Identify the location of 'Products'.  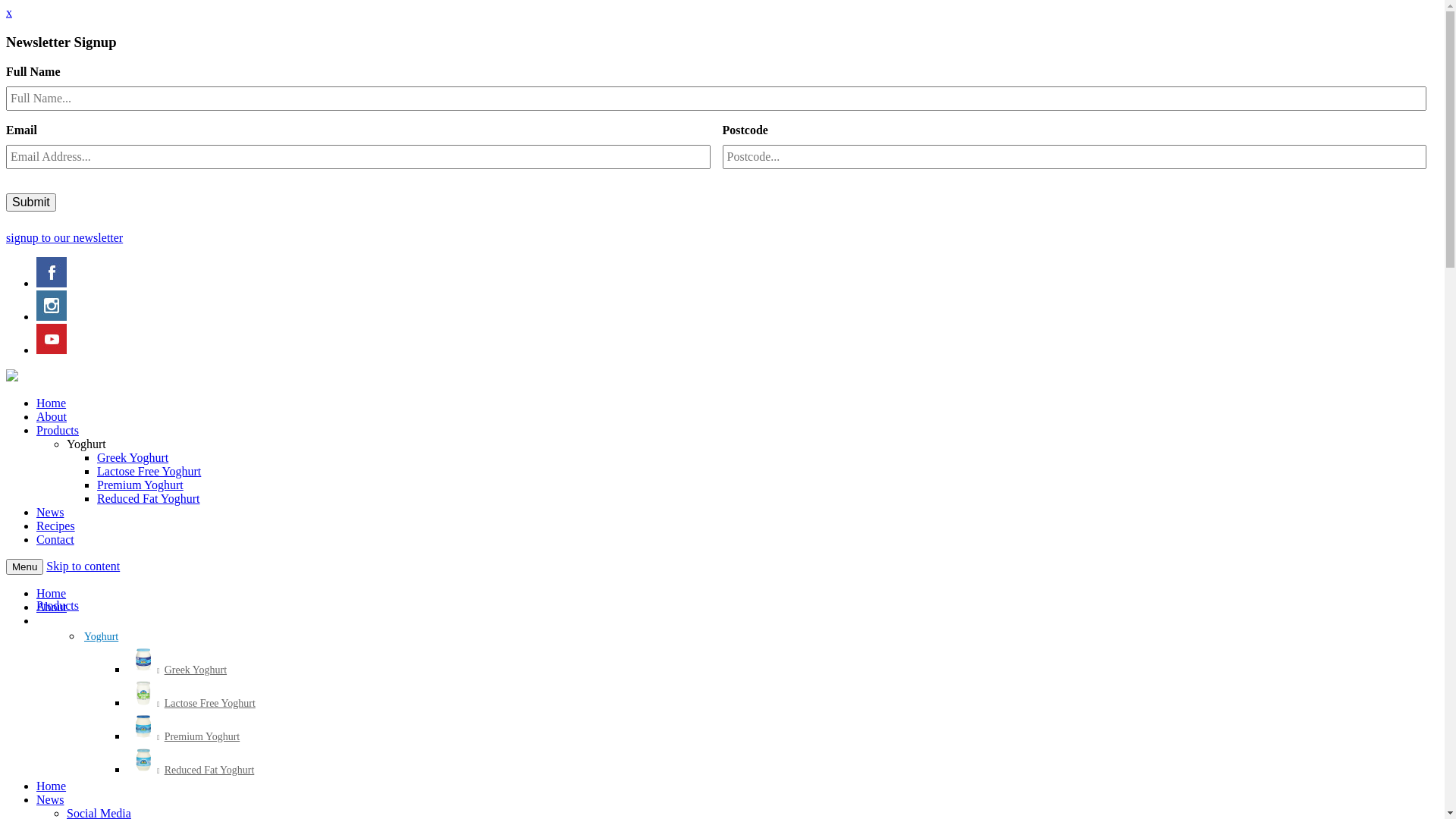
(58, 430).